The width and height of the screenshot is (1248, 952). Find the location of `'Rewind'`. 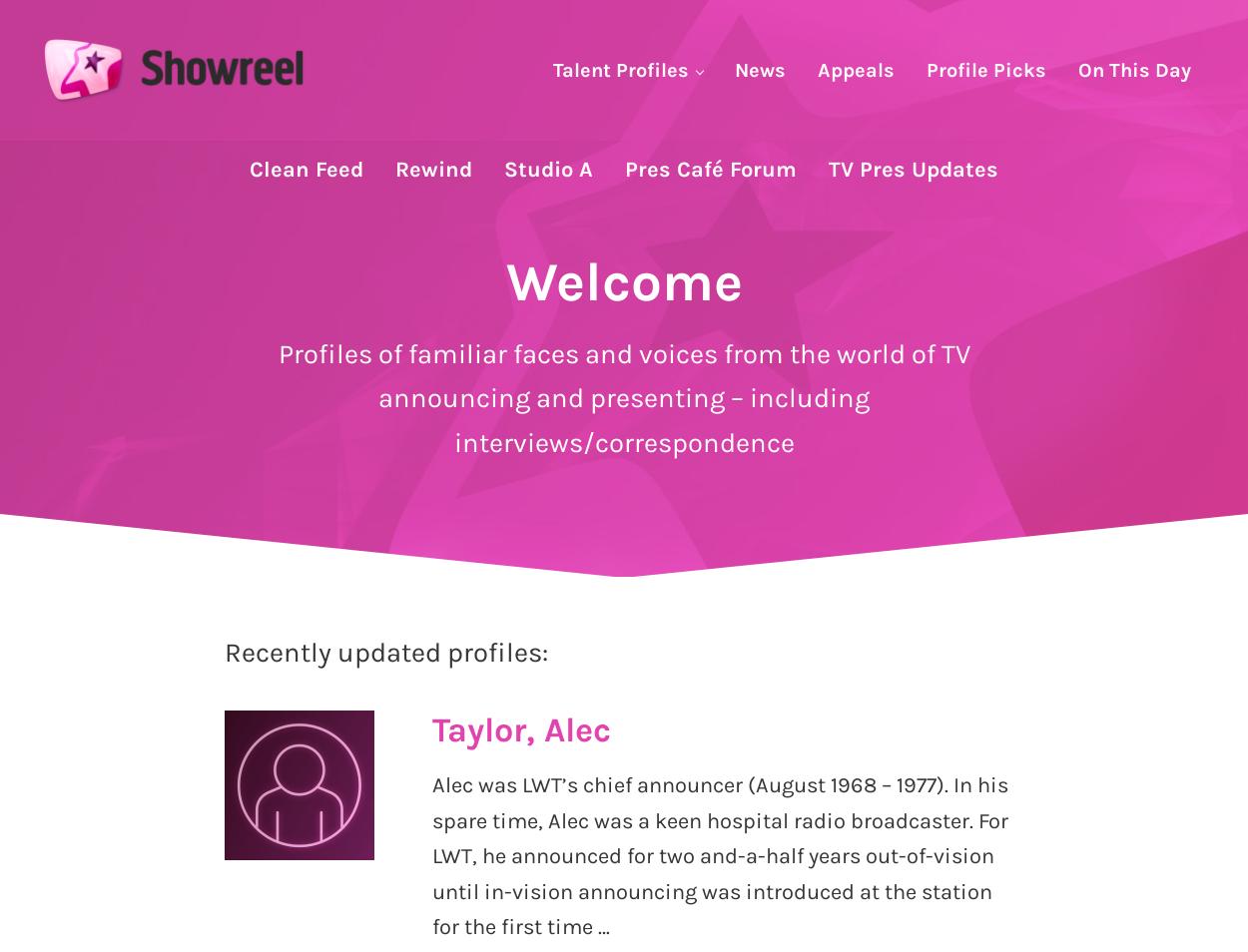

'Rewind' is located at coordinates (433, 169).